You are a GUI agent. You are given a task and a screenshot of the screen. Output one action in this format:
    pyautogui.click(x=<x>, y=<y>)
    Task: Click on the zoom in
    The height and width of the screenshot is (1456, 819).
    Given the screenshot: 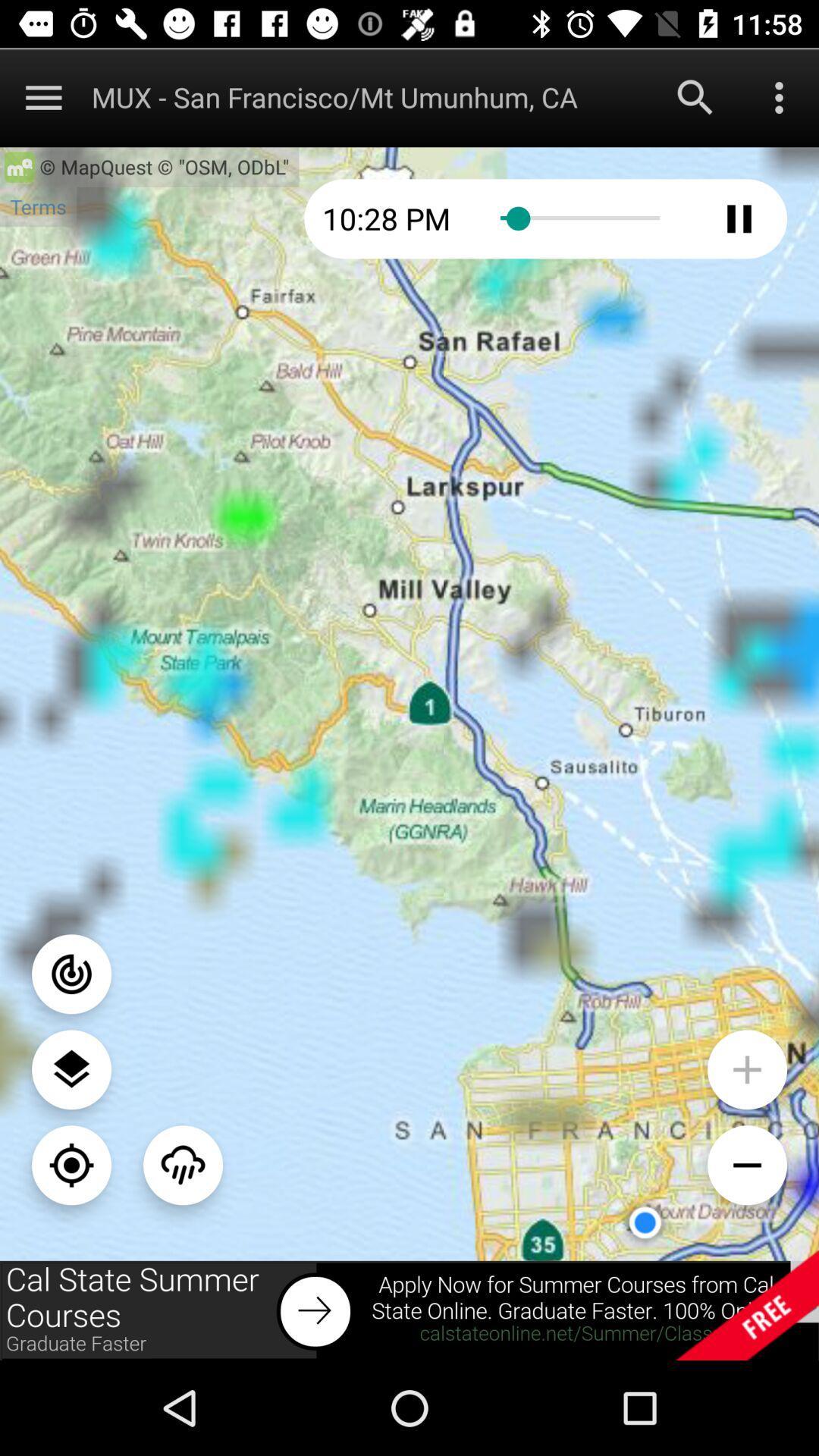 What is the action you would take?
    pyautogui.click(x=746, y=1068)
    